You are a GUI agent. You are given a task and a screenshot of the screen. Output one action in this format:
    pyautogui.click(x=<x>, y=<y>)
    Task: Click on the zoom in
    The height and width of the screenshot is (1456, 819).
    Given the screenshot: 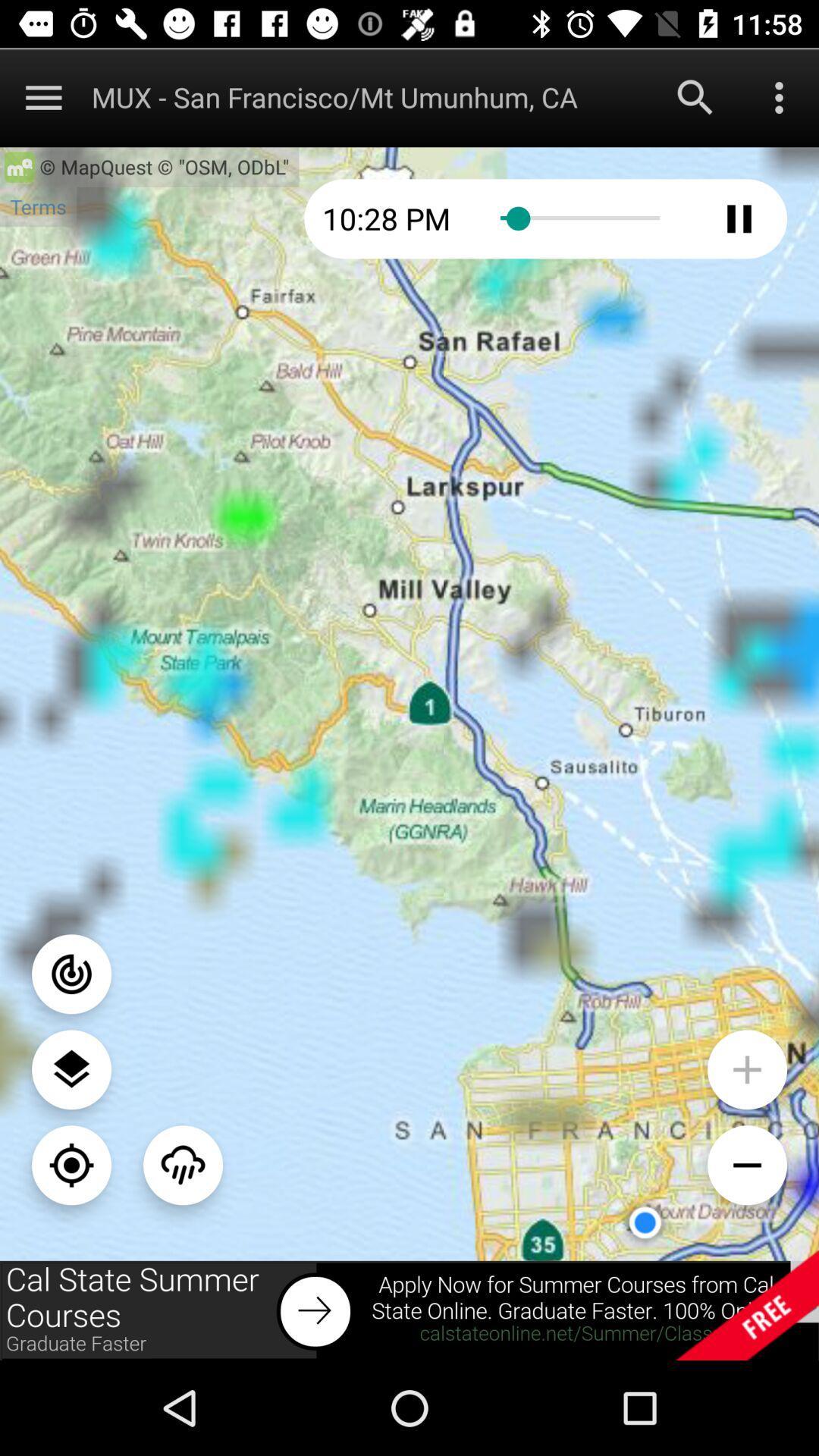 What is the action you would take?
    pyautogui.click(x=746, y=1068)
    